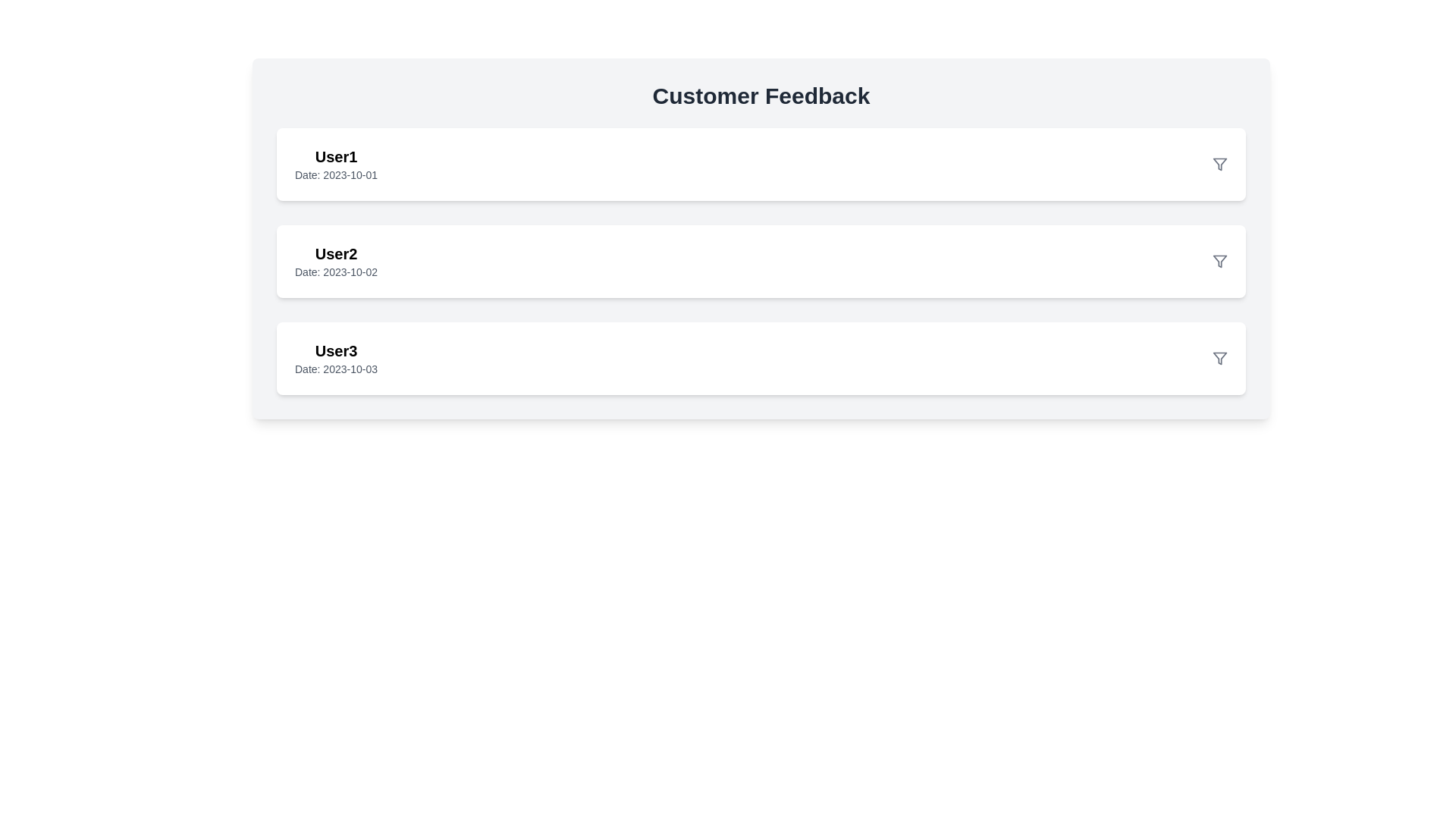 Image resolution: width=1456 pixels, height=819 pixels. What do you see at coordinates (1219, 359) in the screenshot?
I see `the filter icon in the top-right corner of the user 'User3' details section to initiate filtering` at bounding box center [1219, 359].